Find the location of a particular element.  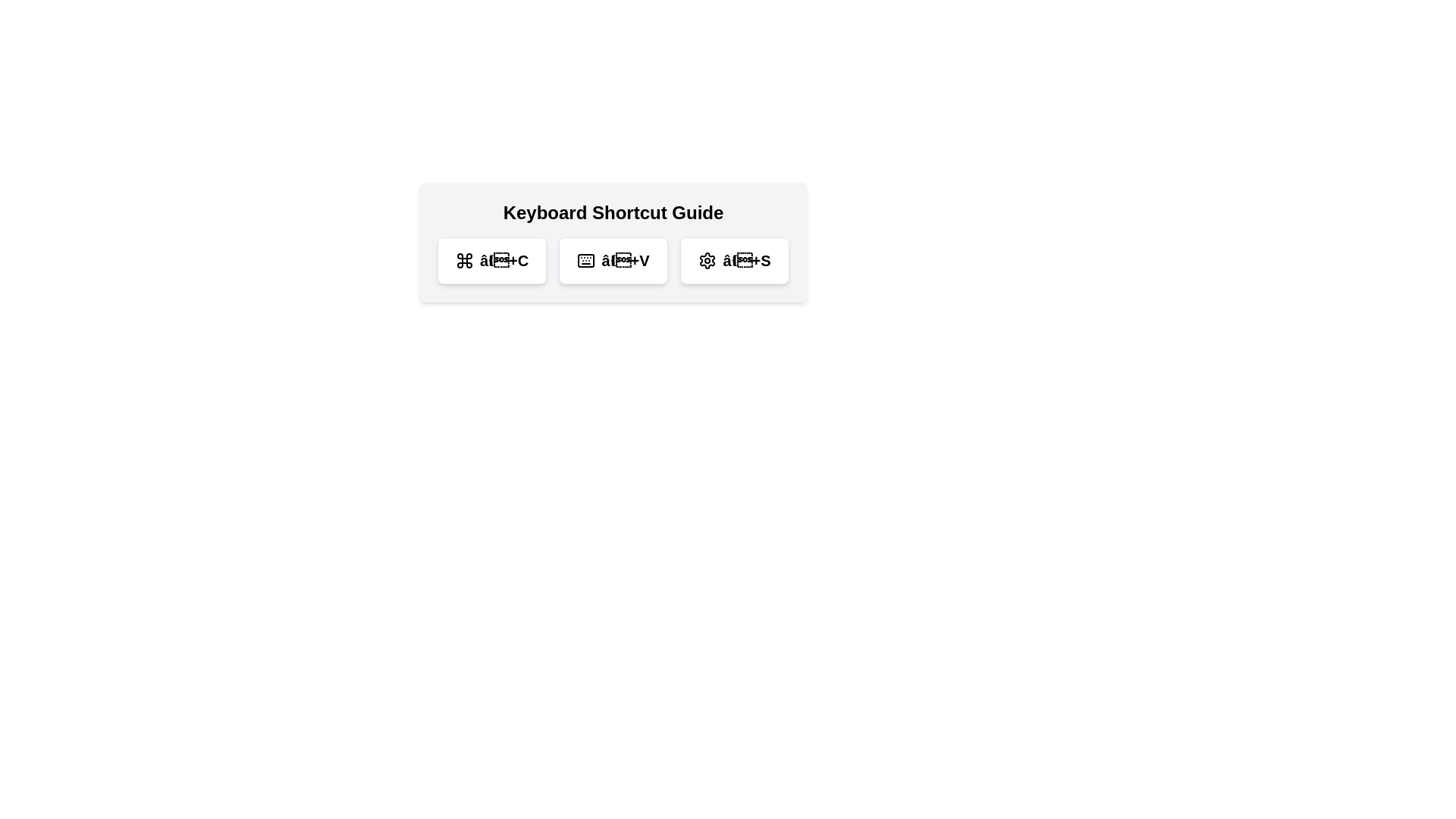

the keyboard shortcut guide button that visually represents the command '⌘+V' is located at coordinates (613, 259).